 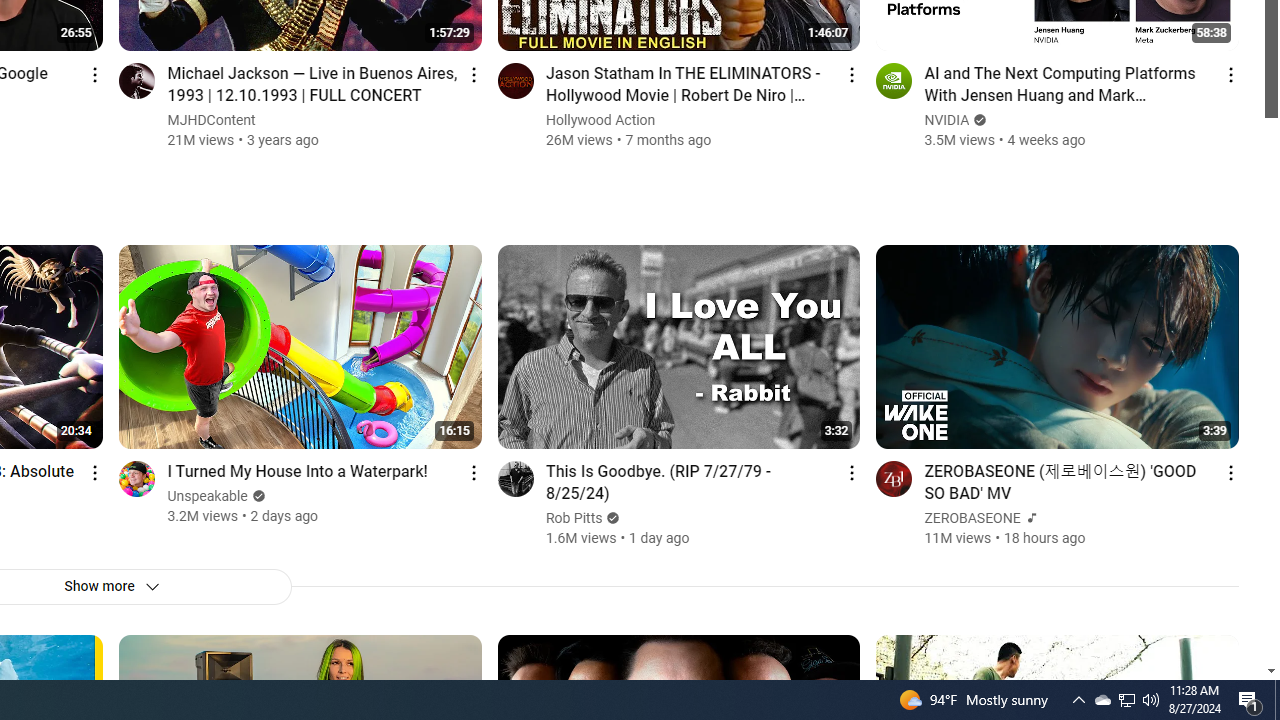 What do you see at coordinates (599, 120) in the screenshot?
I see `'Hollywood Action'` at bounding box center [599, 120].